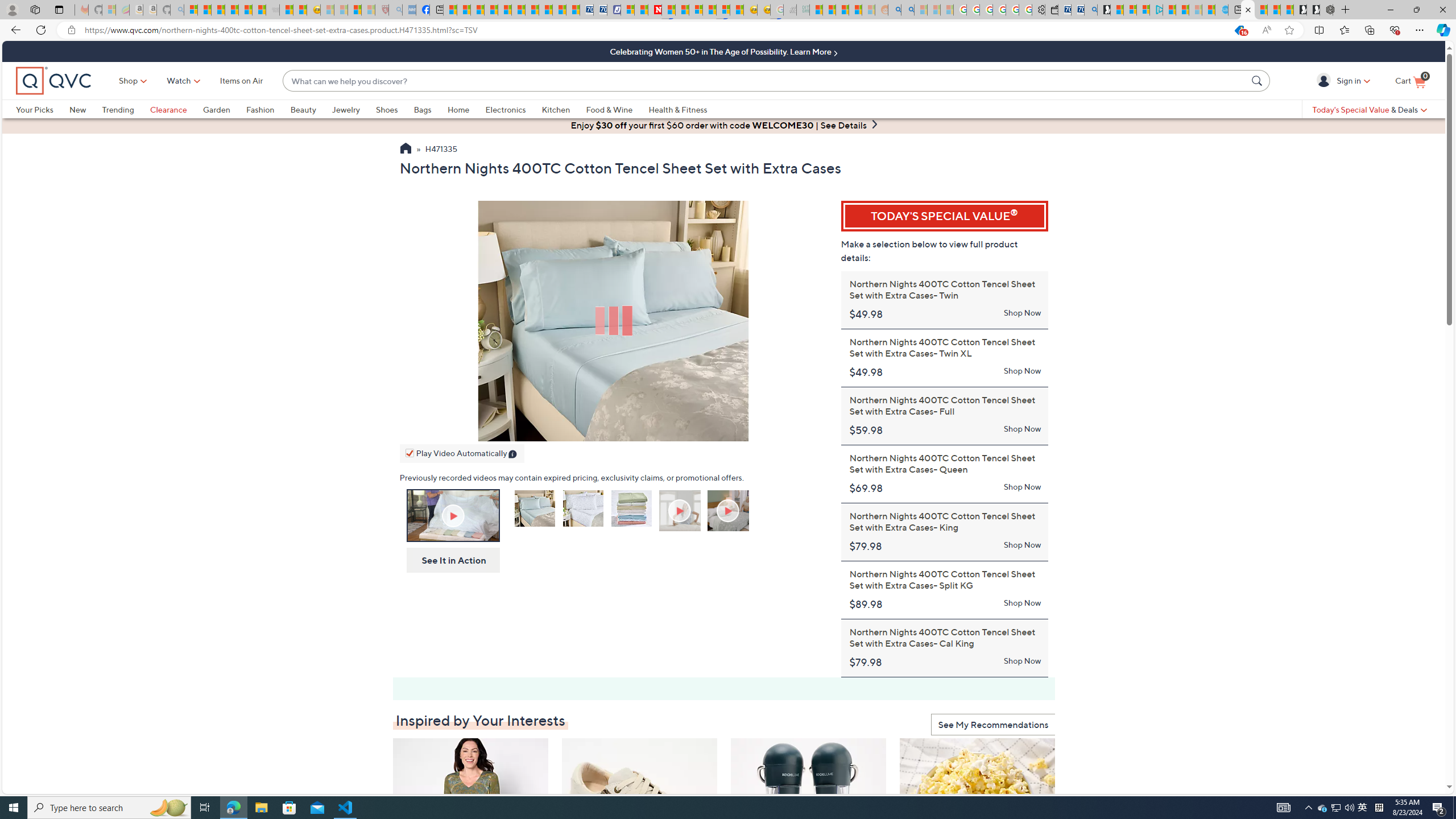 This screenshot has width=1456, height=819. Describe the element at coordinates (1090, 9) in the screenshot. I see `'Bing Real Estate - Home sales and rental listings'` at that location.